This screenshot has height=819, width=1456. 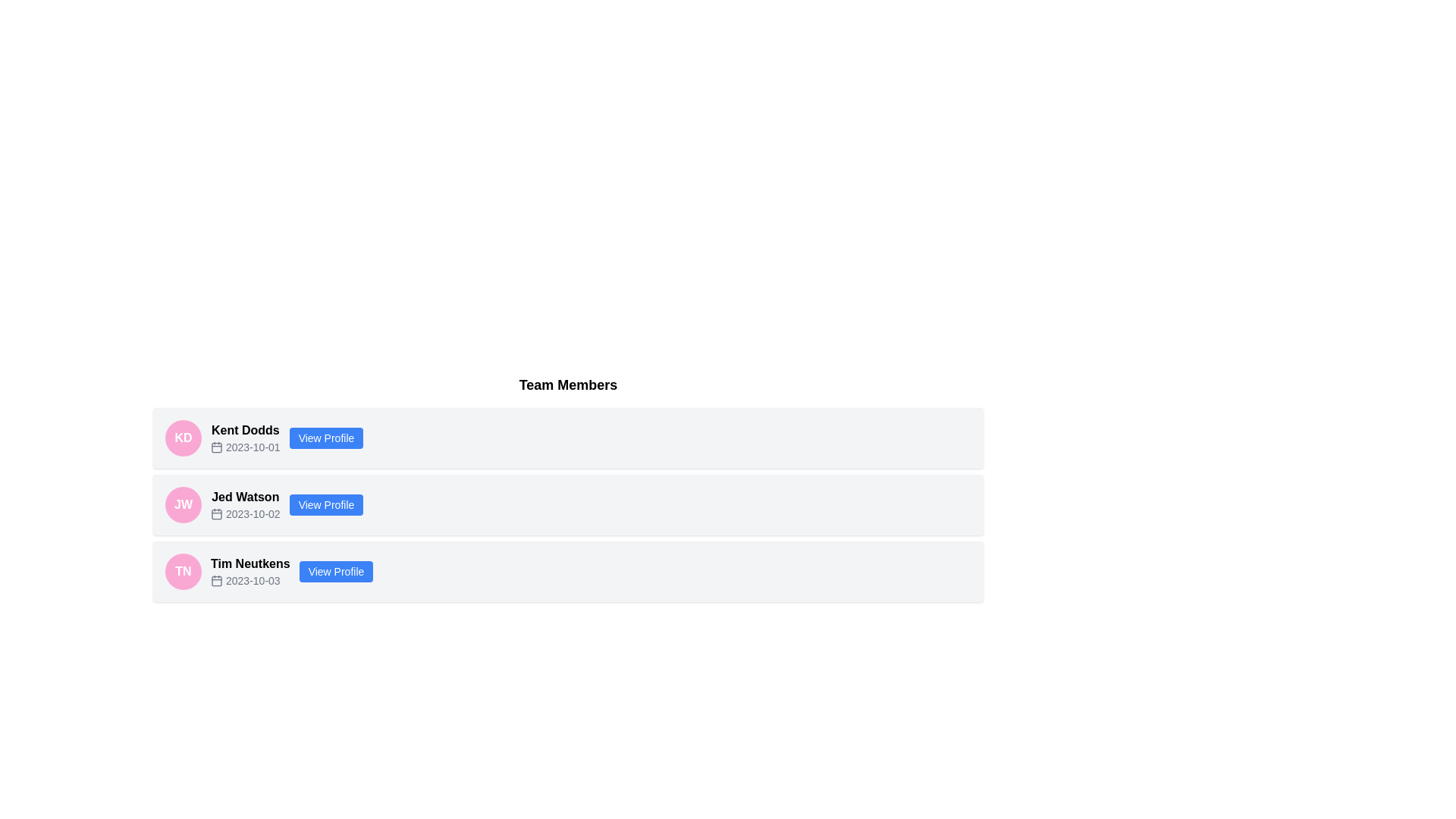 I want to click on text content of the calendar icon associated with the team member's identity and timestamp, located below the 'TN' initials icon and to the left of the 'View Profile' button, so click(x=250, y=571).